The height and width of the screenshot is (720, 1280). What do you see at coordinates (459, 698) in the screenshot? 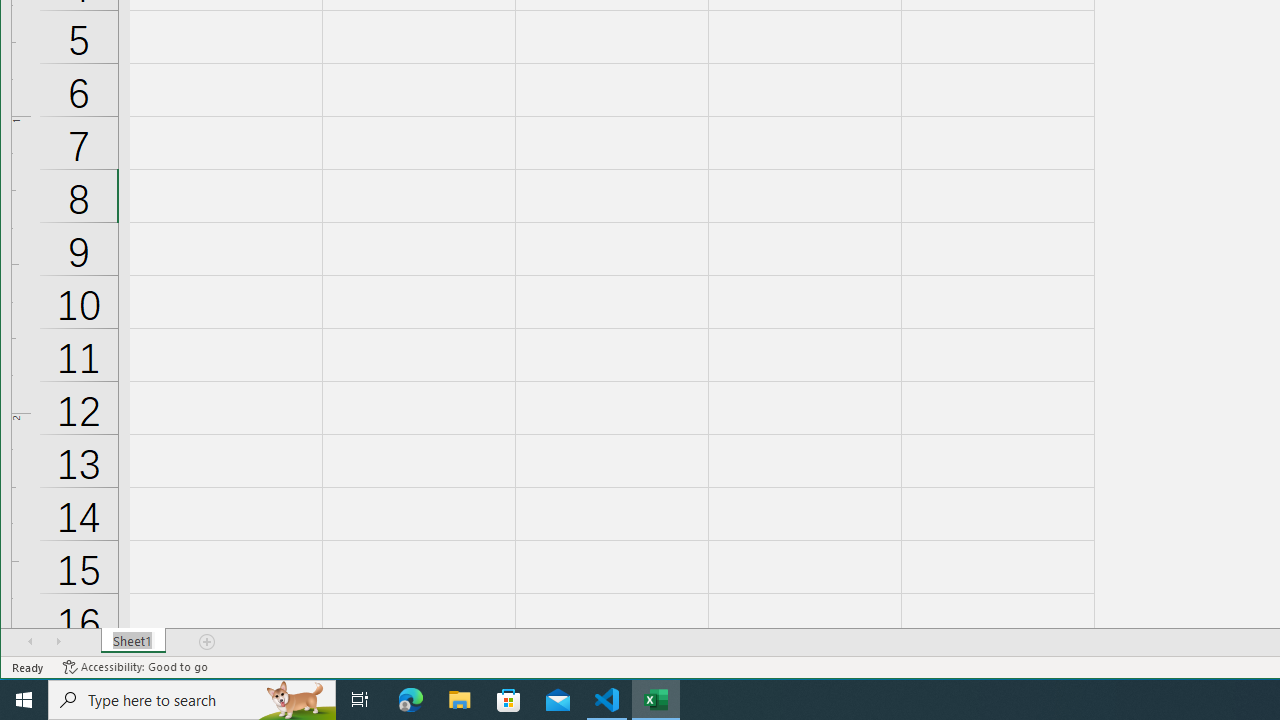
I see `'File Explorer'` at bounding box center [459, 698].